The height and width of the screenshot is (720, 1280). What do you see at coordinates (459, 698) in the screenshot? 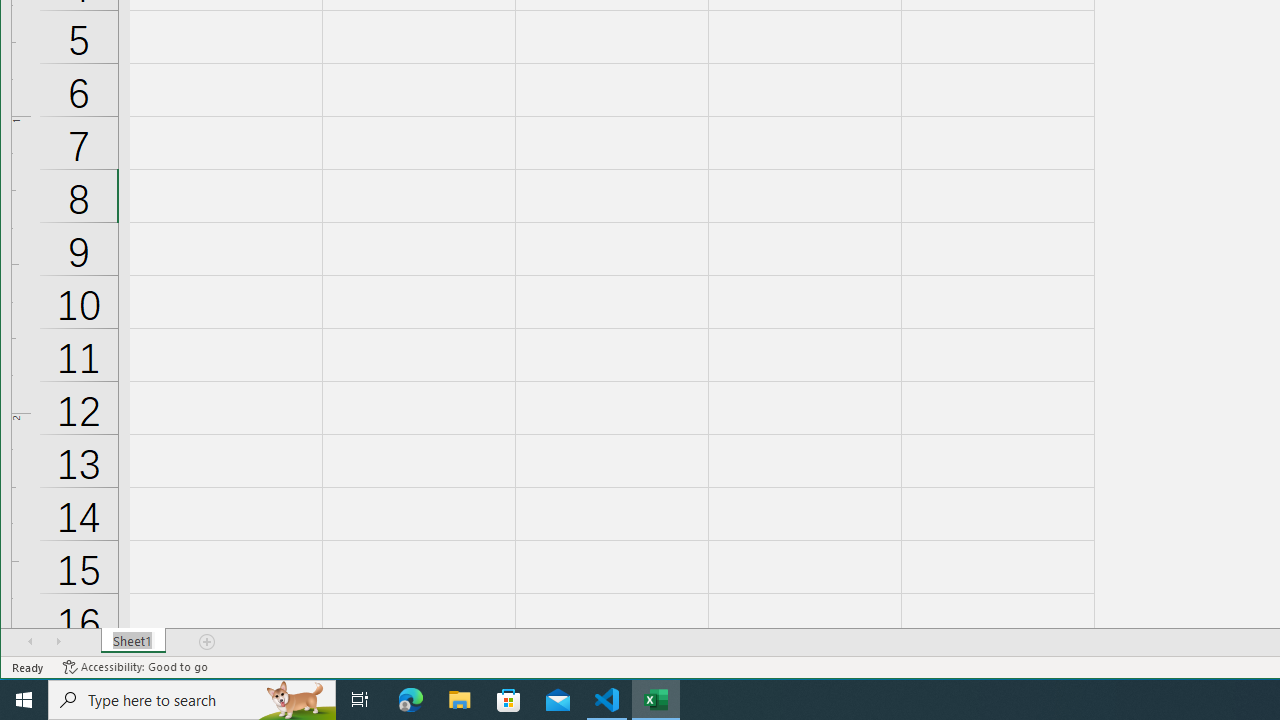
I see `'File Explorer'` at bounding box center [459, 698].